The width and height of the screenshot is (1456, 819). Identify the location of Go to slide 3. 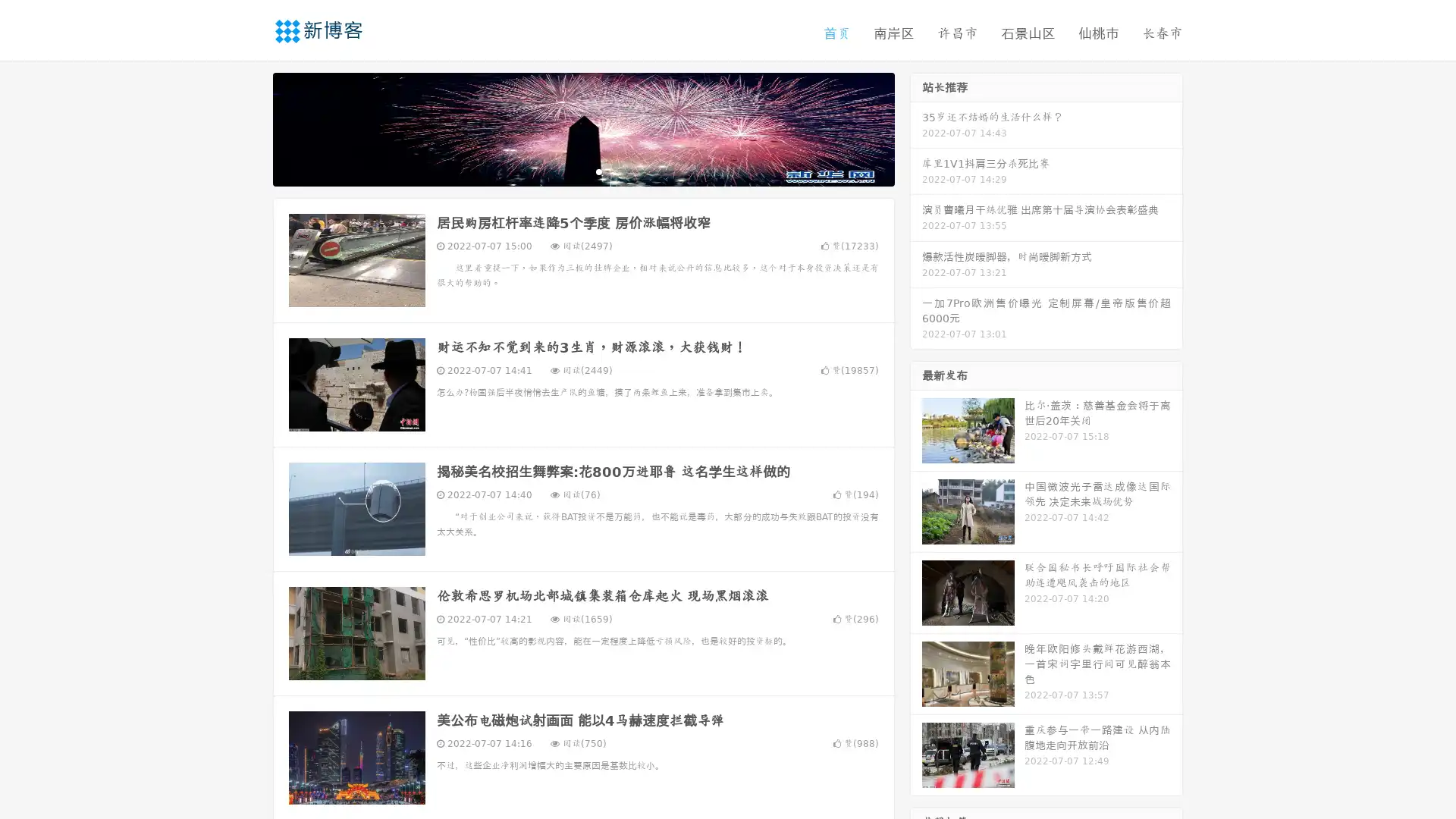
(598, 171).